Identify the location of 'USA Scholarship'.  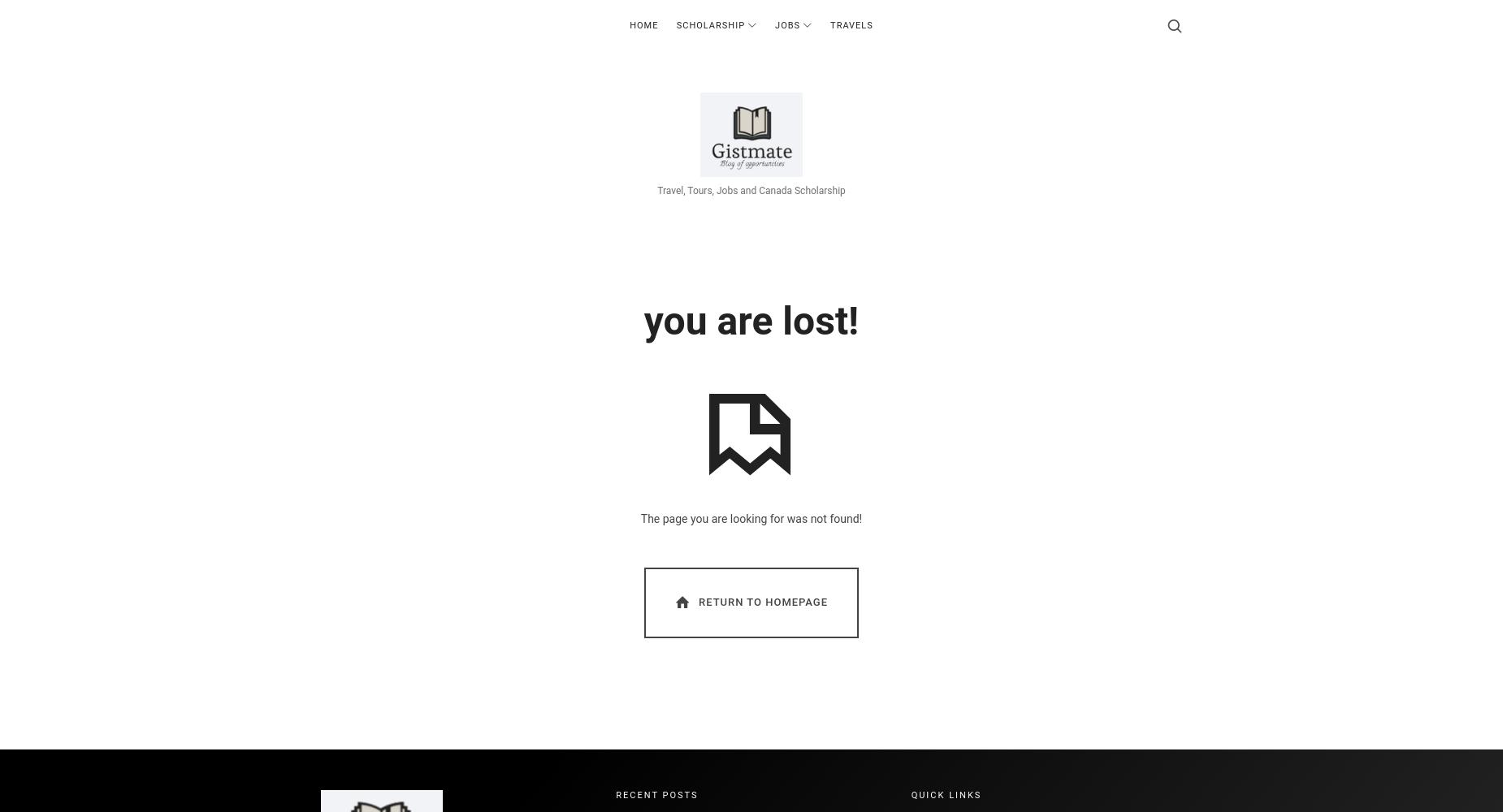
(713, 131).